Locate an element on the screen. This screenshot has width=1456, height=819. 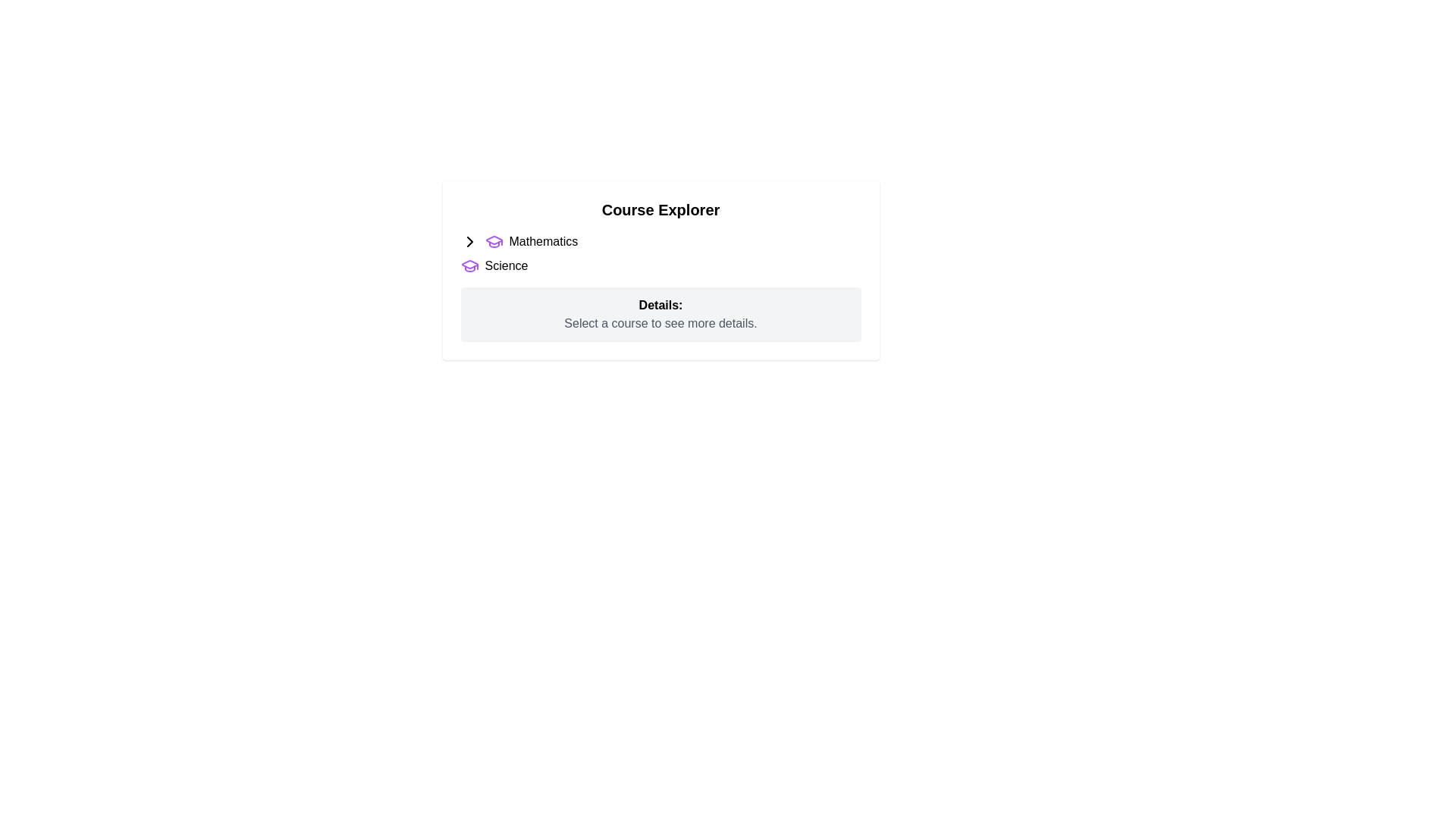
the purple graduation cap icon located immediately to the left of the text 'Mathematics' is located at coordinates (494, 241).